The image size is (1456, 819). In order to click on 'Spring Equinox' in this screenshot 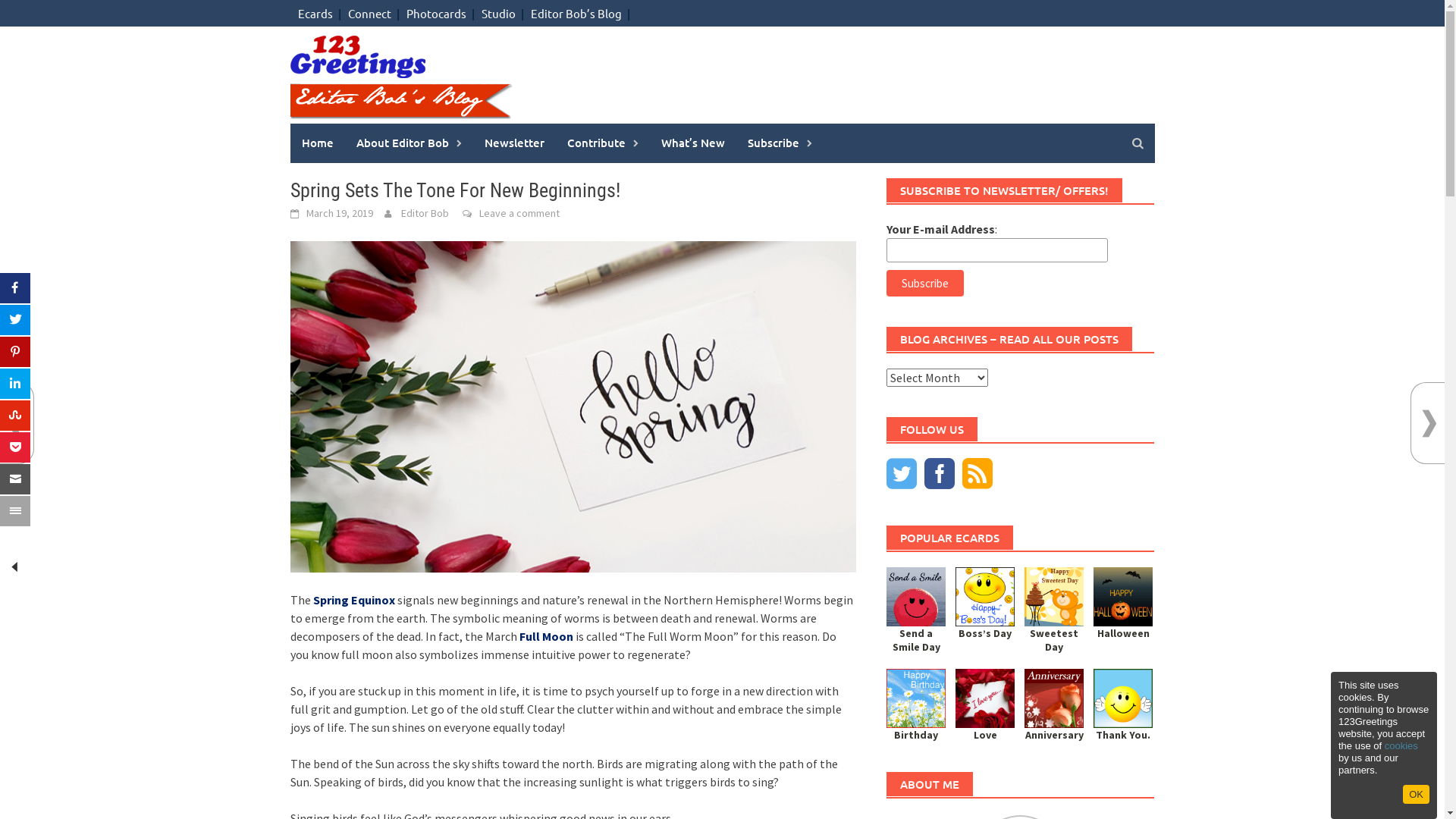, I will do `click(352, 598)`.